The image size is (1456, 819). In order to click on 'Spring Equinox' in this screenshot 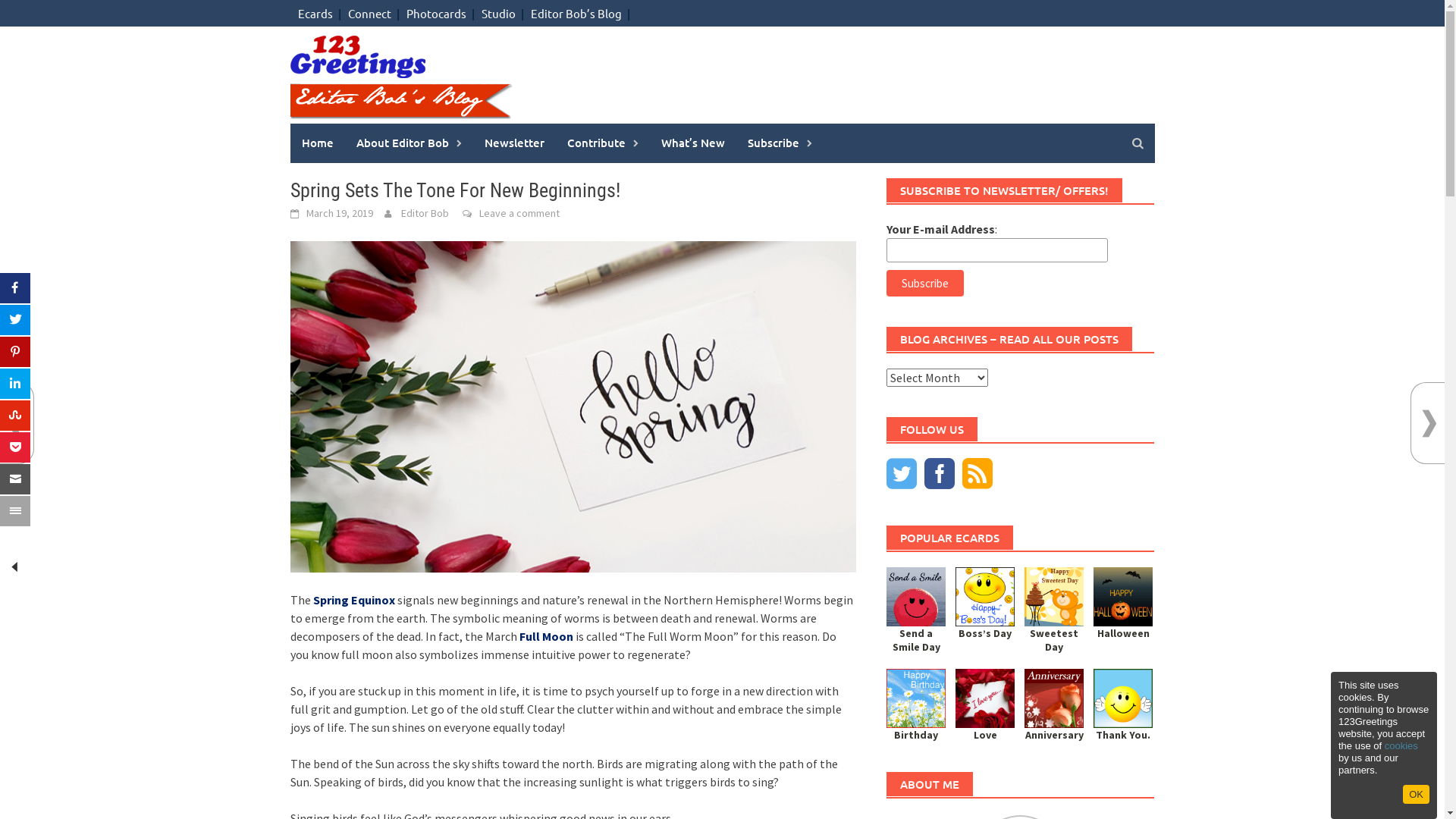, I will do `click(352, 598)`.